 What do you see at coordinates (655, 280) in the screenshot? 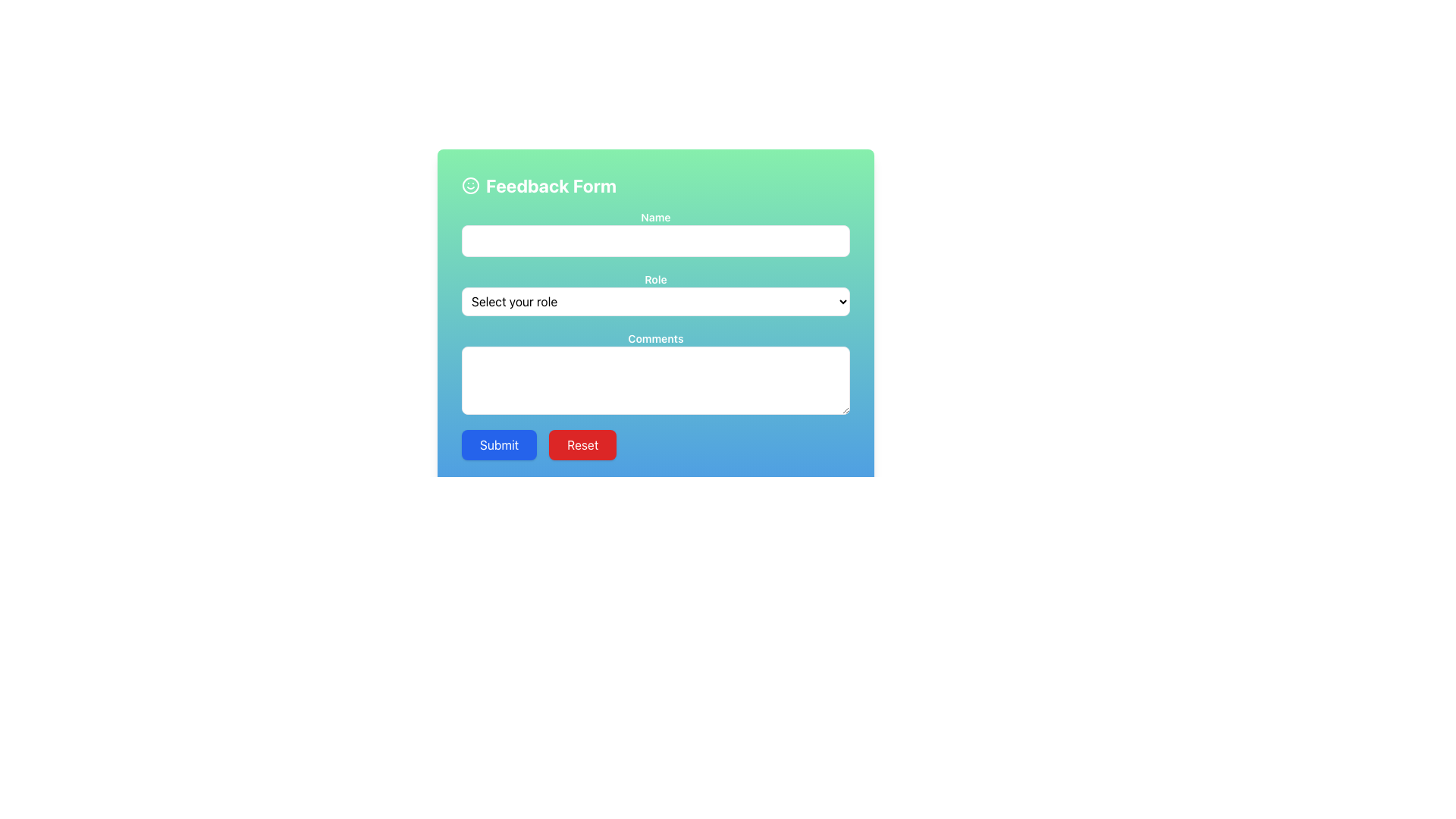
I see `the text label displaying 'Role' in white, which is bold and positioned on a green background above the dropdown labeled 'Select your role'` at bounding box center [655, 280].